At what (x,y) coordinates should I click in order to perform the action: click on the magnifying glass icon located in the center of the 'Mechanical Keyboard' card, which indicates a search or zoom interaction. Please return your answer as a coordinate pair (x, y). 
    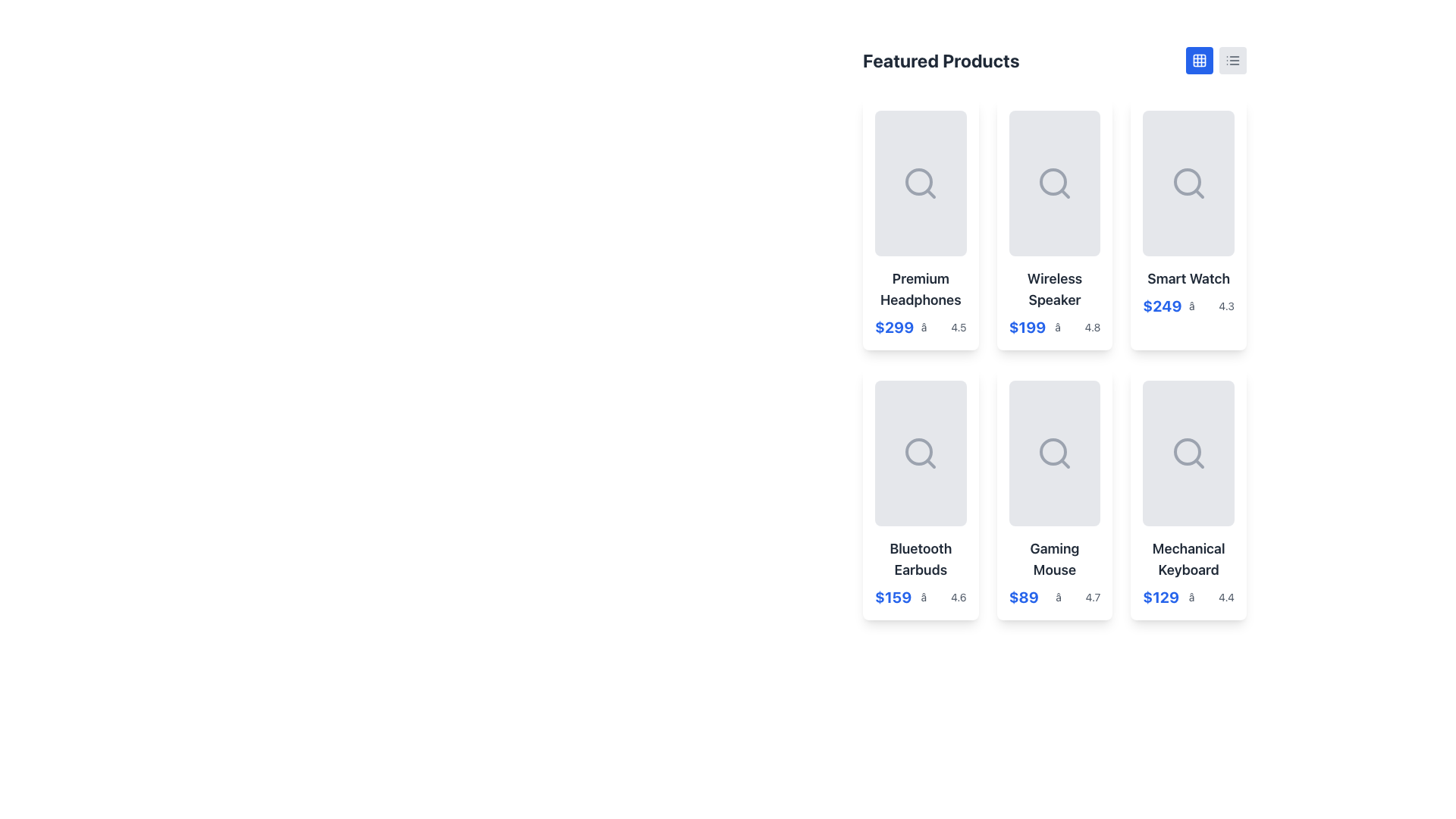
    Looking at the image, I should click on (1188, 452).